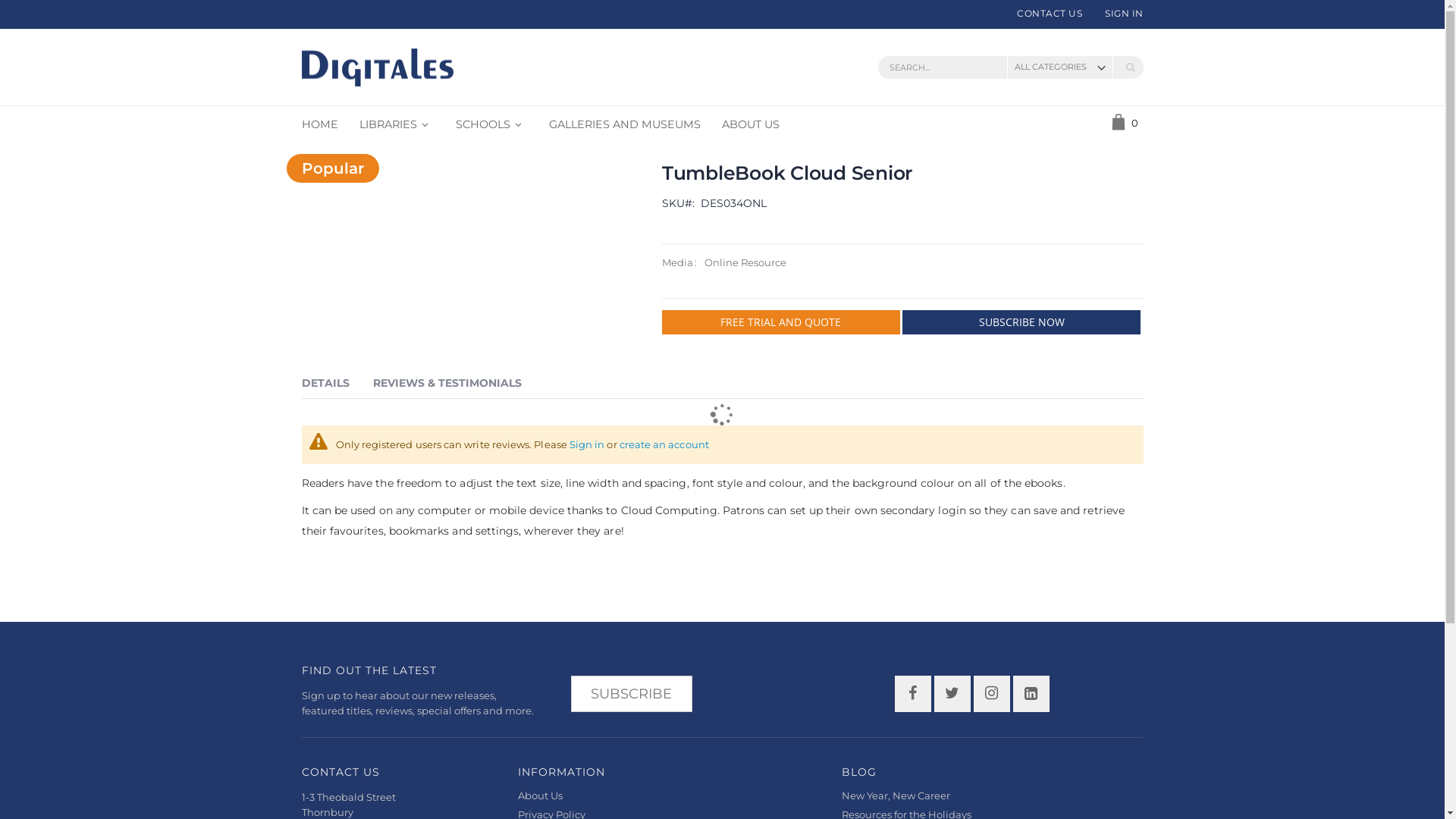 The image size is (1456, 819). What do you see at coordinates (397, 124) in the screenshot?
I see `'LIBRARIES'` at bounding box center [397, 124].